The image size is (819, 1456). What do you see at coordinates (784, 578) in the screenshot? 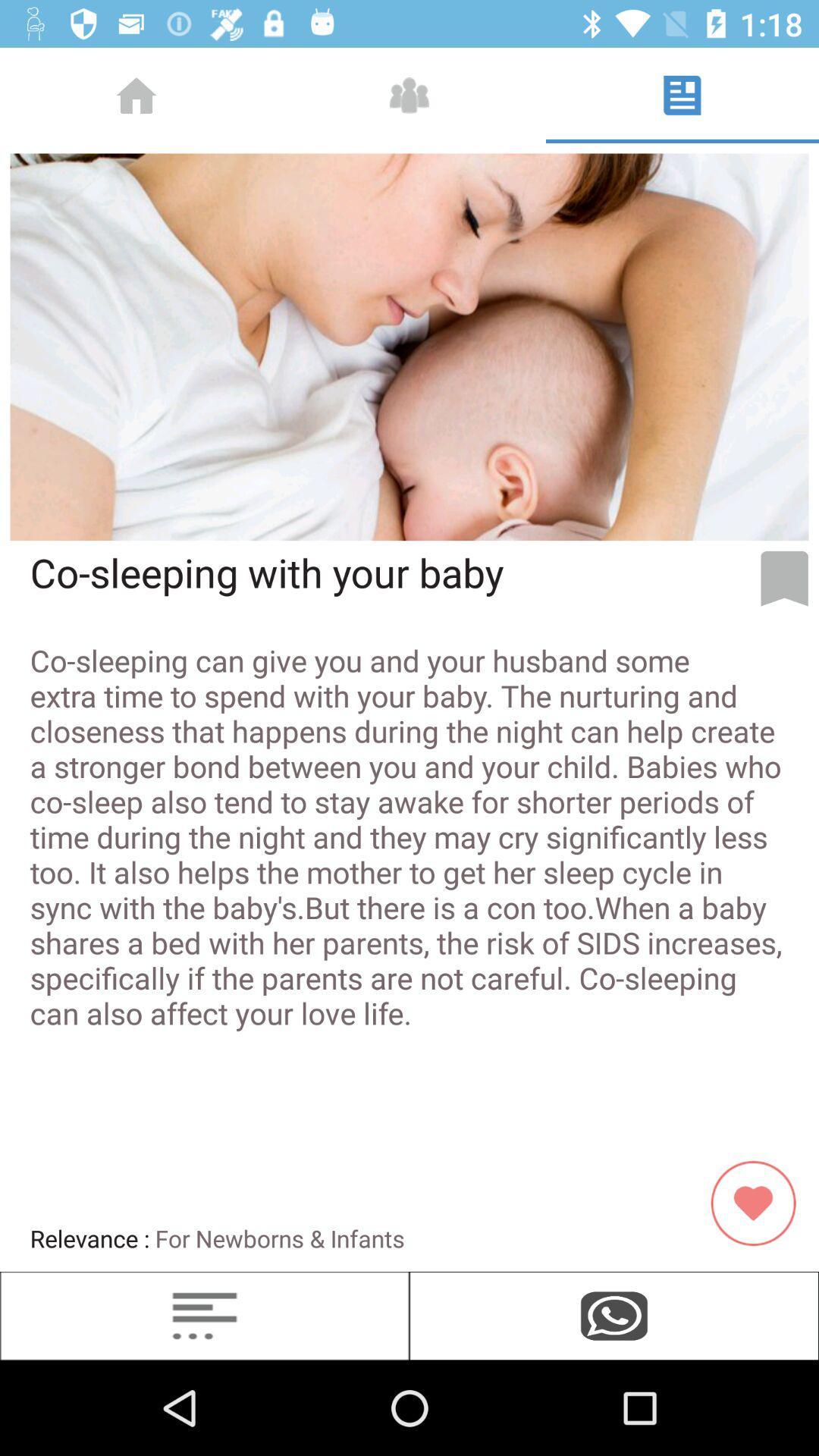
I see `the save icon` at bounding box center [784, 578].